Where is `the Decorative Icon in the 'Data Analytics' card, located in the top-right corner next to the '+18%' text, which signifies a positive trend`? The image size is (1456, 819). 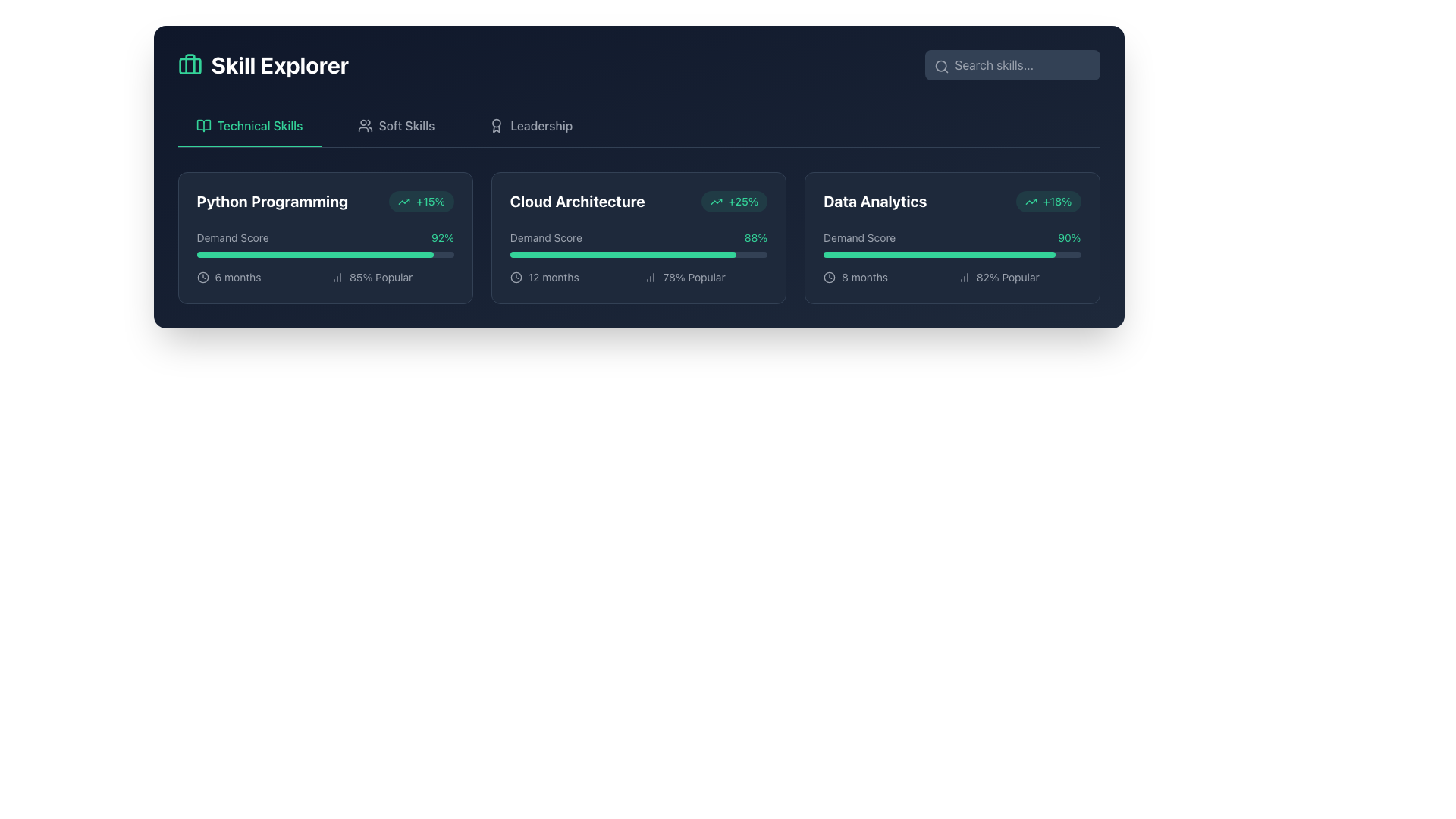 the Decorative Icon in the 'Data Analytics' card, located in the top-right corner next to the '+18%' text, which signifies a positive trend is located at coordinates (1031, 201).